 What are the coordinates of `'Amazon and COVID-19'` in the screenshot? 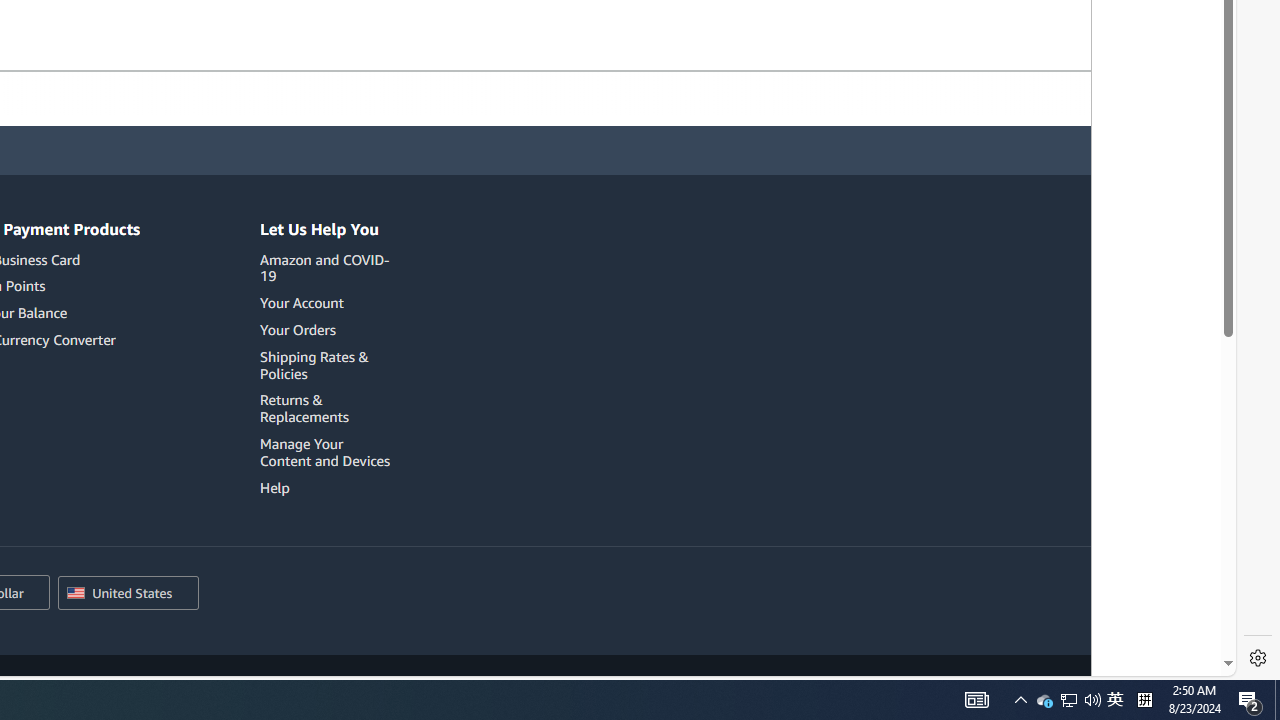 It's located at (325, 266).